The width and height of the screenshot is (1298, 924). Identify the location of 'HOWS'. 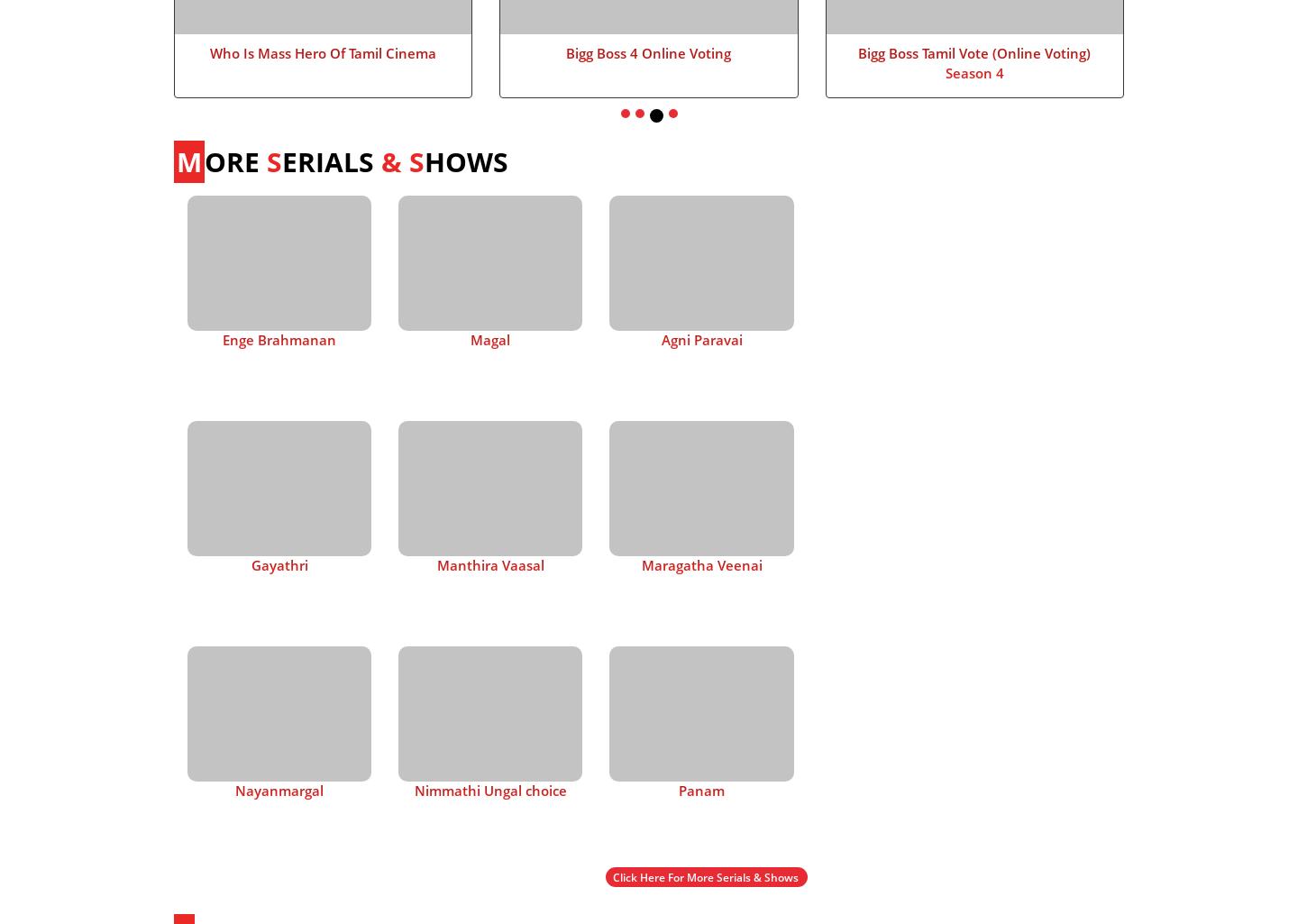
(425, 160).